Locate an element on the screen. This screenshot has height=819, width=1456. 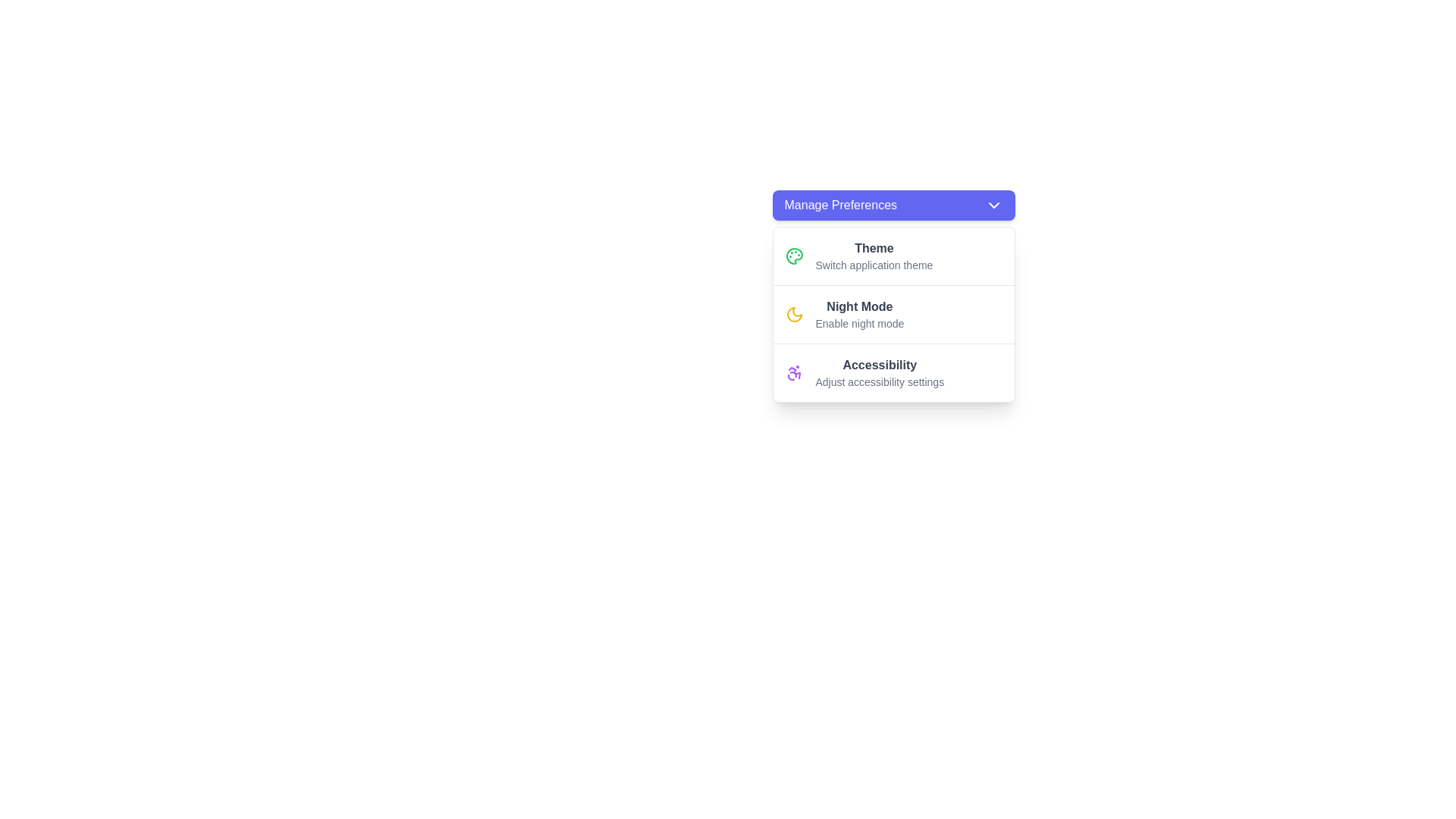
the button at the top of the dropdown interface is located at coordinates (893, 205).